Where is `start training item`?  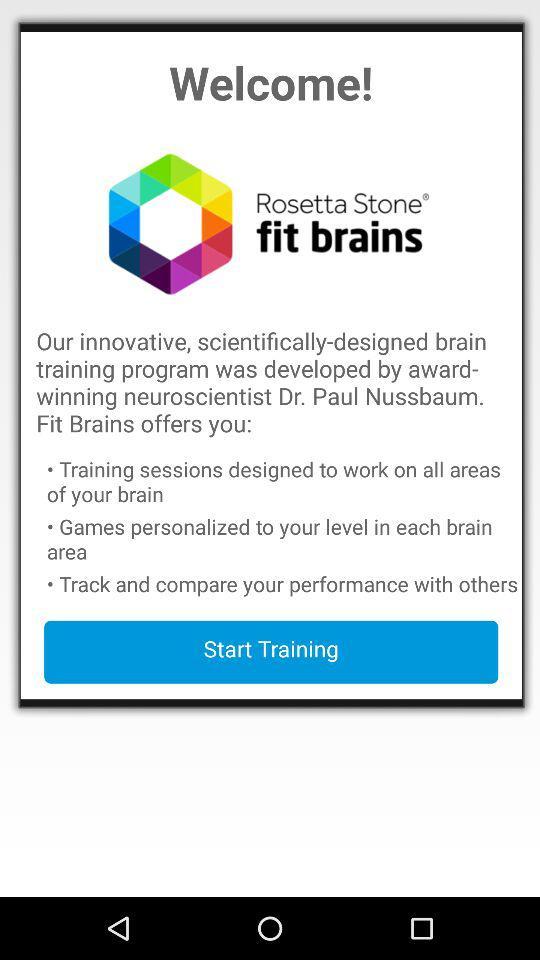 start training item is located at coordinates (270, 651).